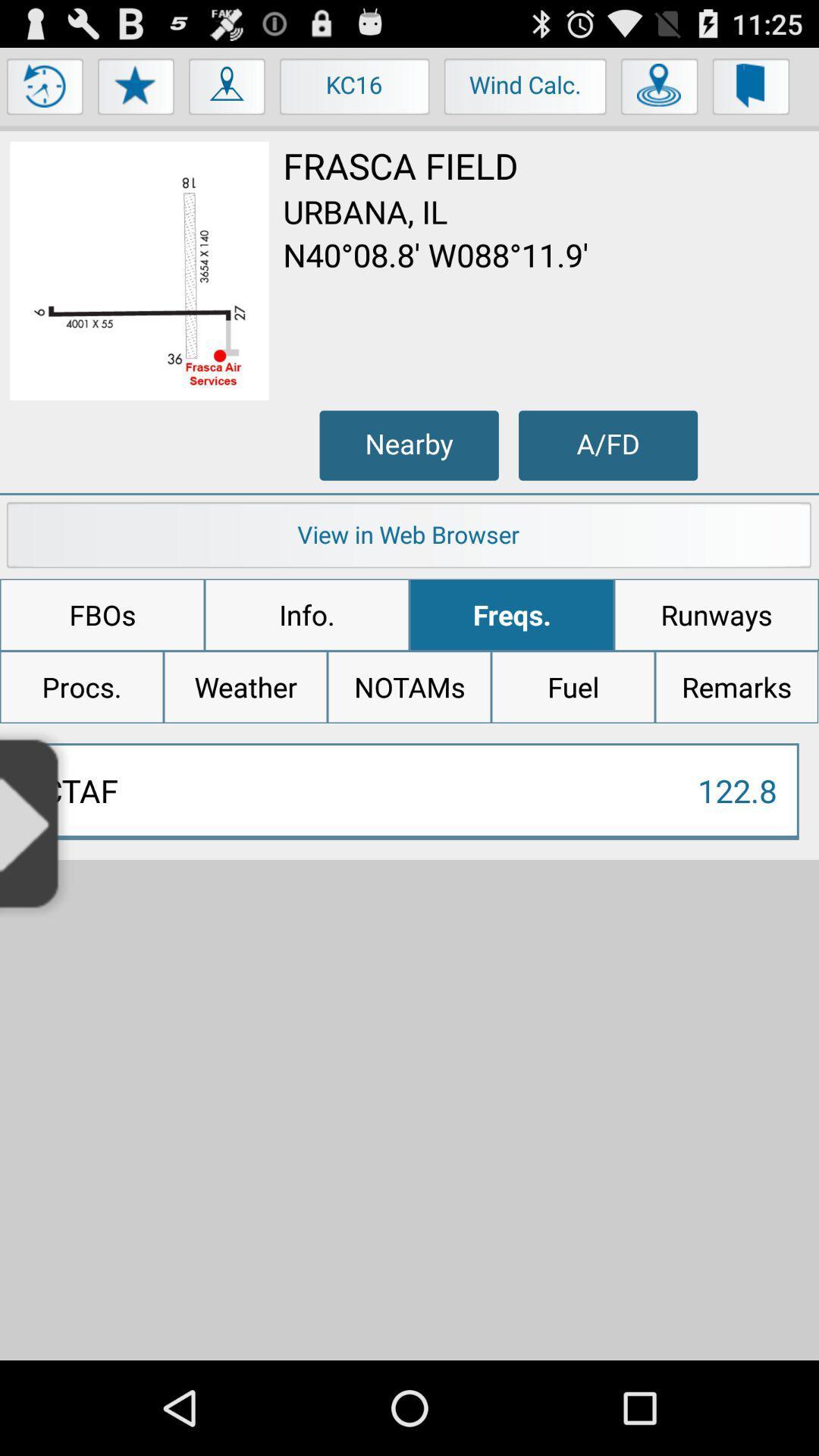  What do you see at coordinates (245, 686) in the screenshot?
I see `item below fbos icon` at bounding box center [245, 686].